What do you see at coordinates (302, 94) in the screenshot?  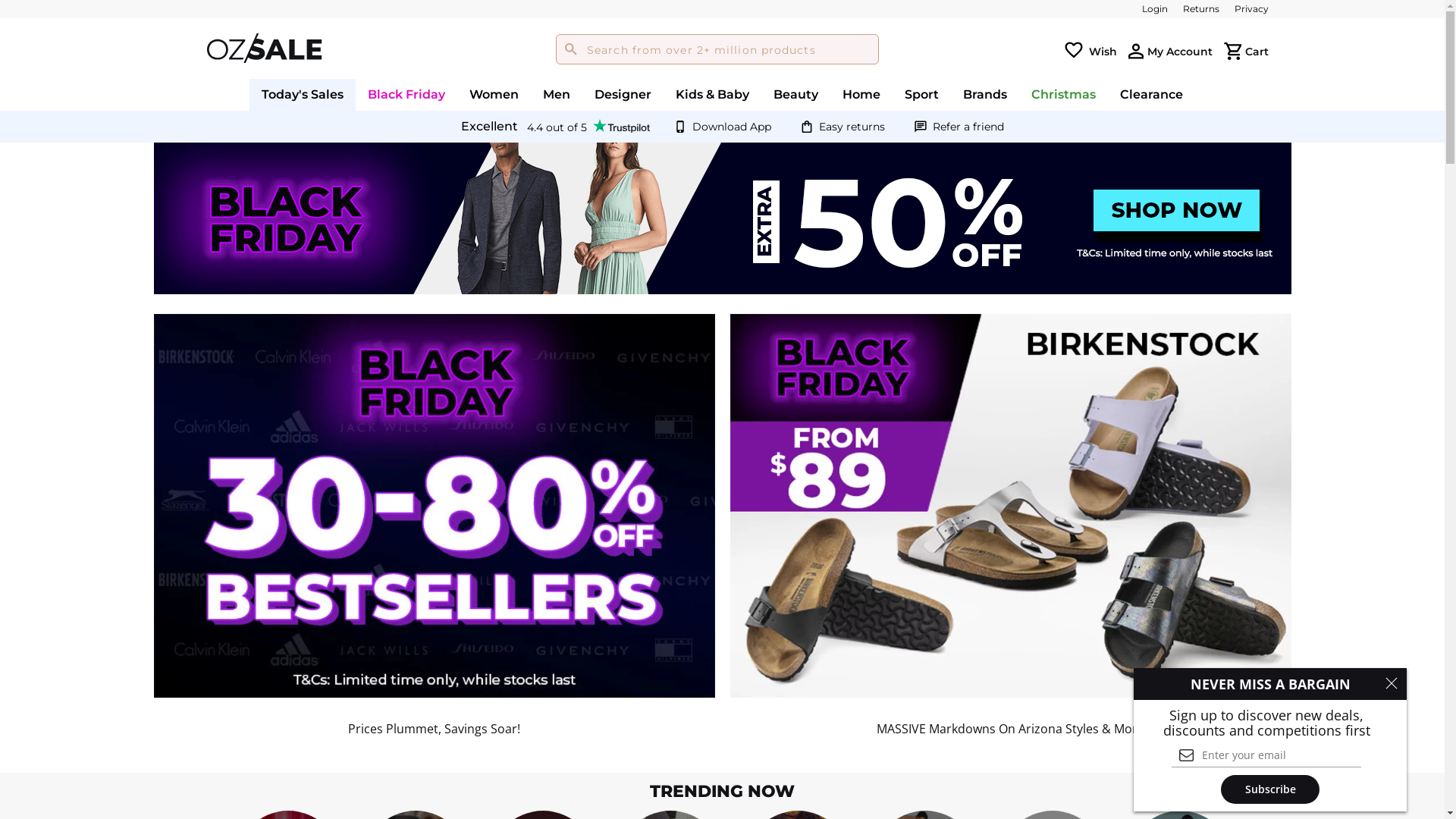 I see `'Today's Sales'` at bounding box center [302, 94].